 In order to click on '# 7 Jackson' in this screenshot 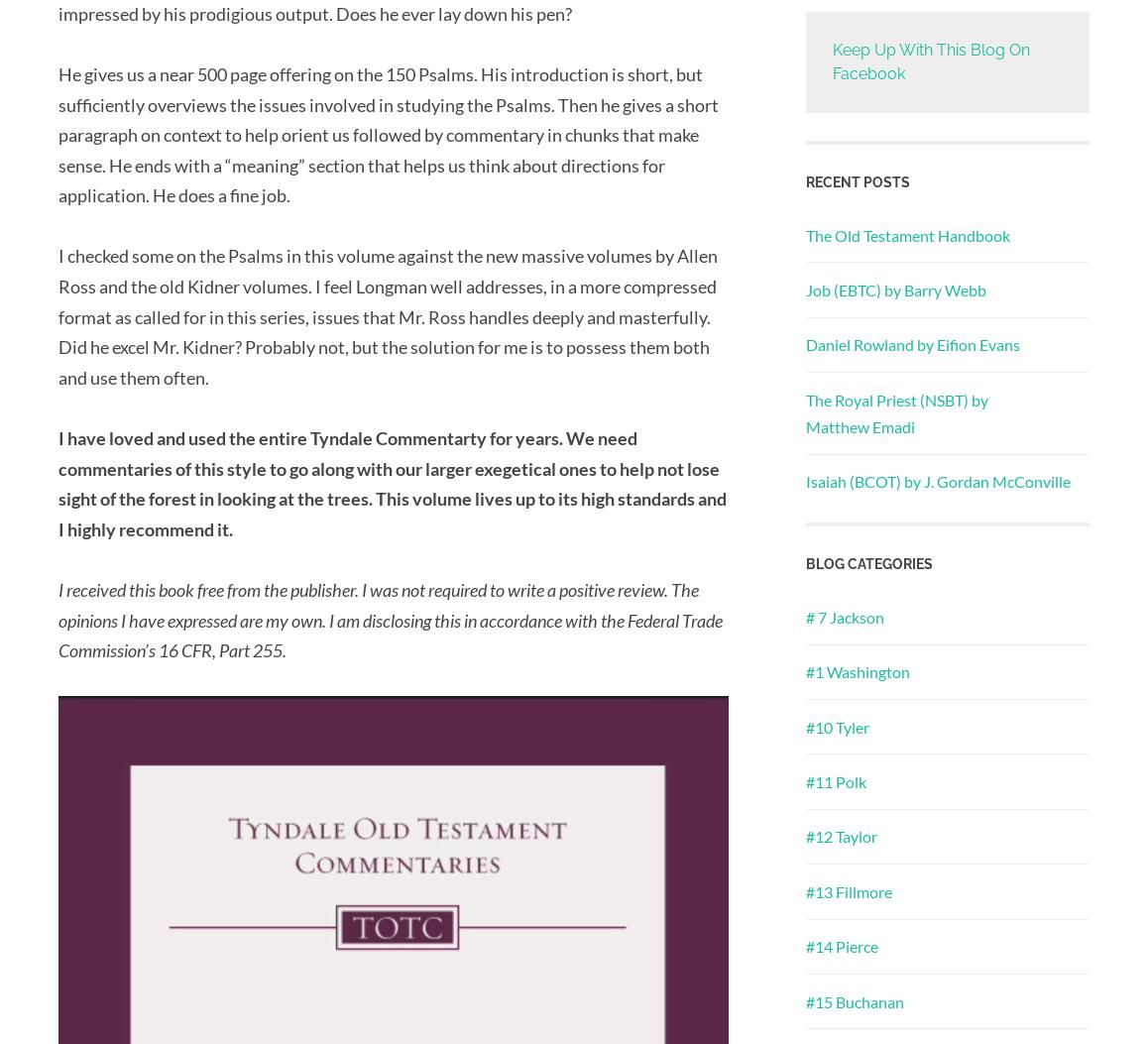, I will do `click(844, 616)`.